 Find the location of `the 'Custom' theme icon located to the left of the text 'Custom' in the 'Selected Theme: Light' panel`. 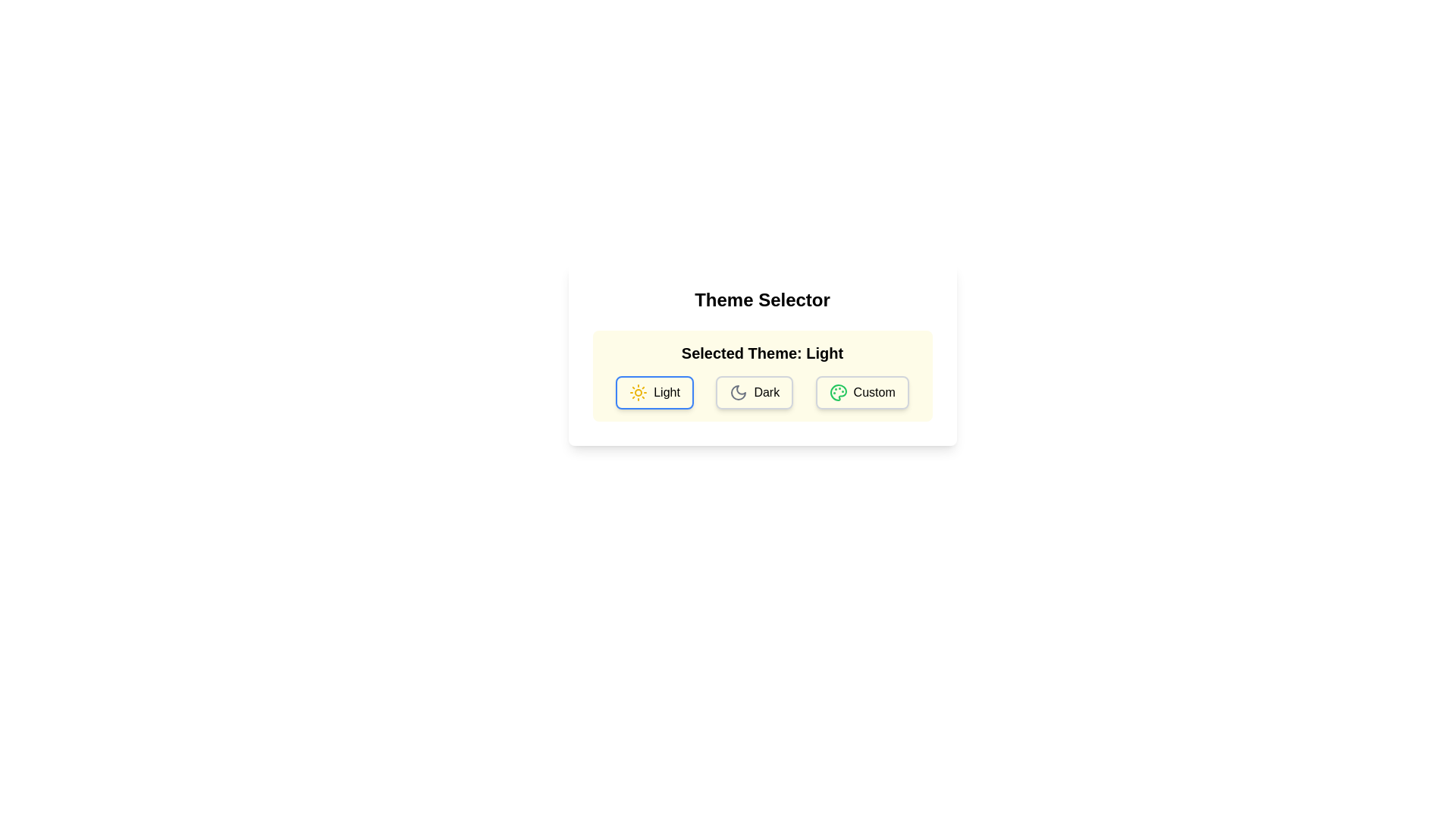

the 'Custom' theme icon located to the left of the text 'Custom' in the 'Selected Theme: Light' panel is located at coordinates (837, 391).